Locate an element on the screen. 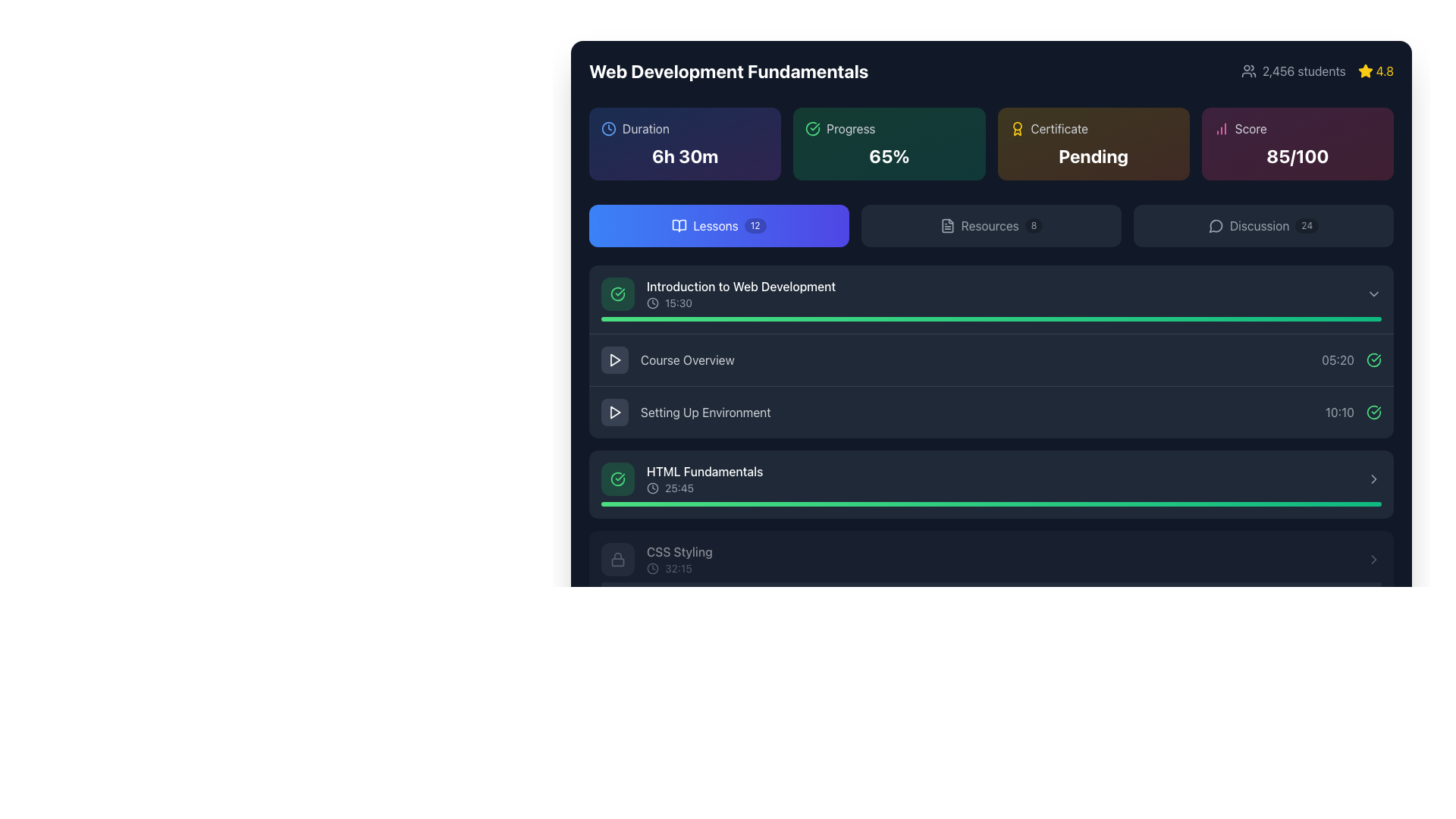 The height and width of the screenshot is (819, 1456). the time icon located at the start of the 'CSS Styling' lesson row is located at coordinates (652, 568).